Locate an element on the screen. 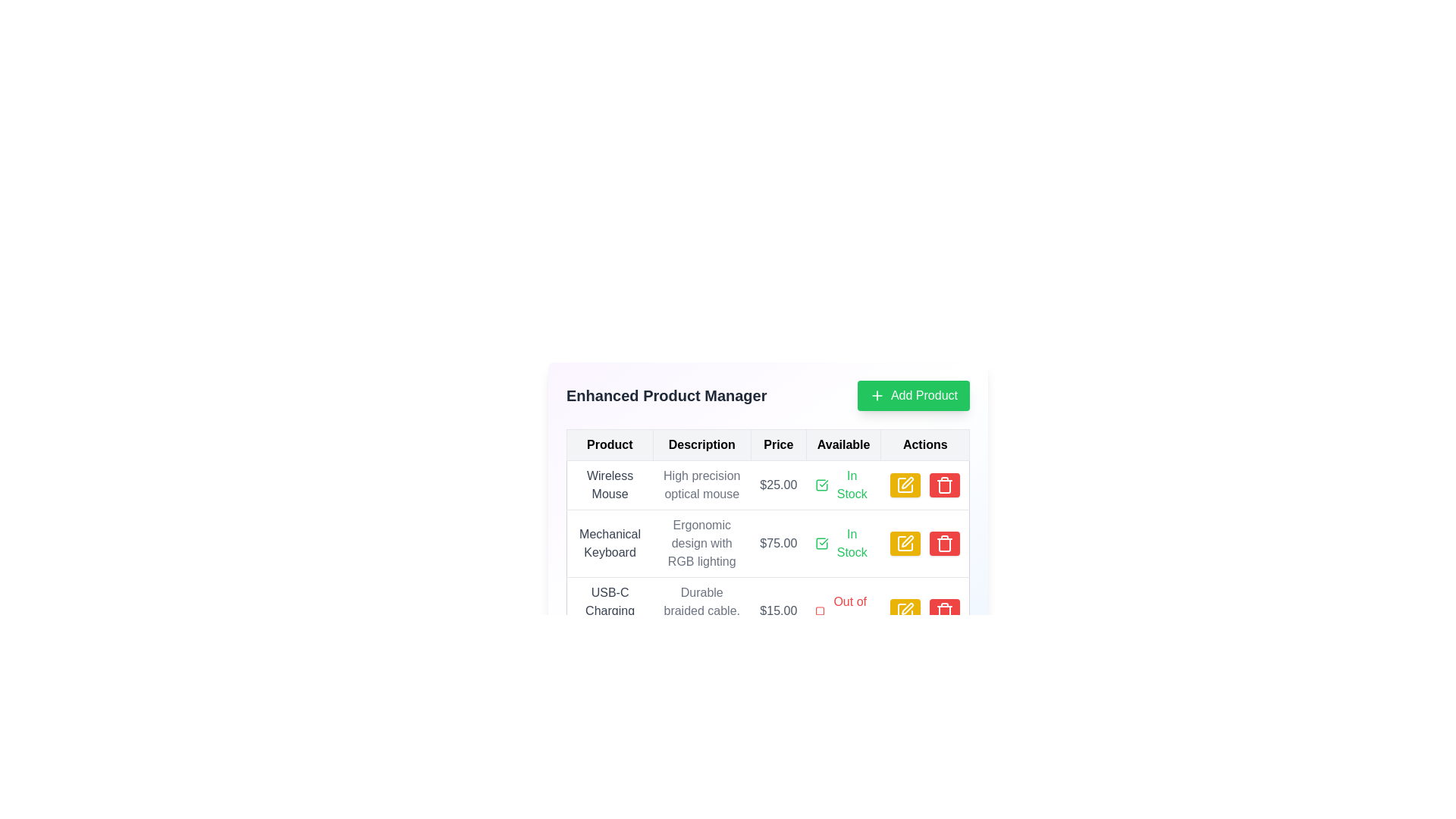 Image resolution: width=1456 pixels, height=819 pixels. the edit icon located in the 'Actions' column of the last row in the products table to initiate editing is located at coordinates (905, 610).